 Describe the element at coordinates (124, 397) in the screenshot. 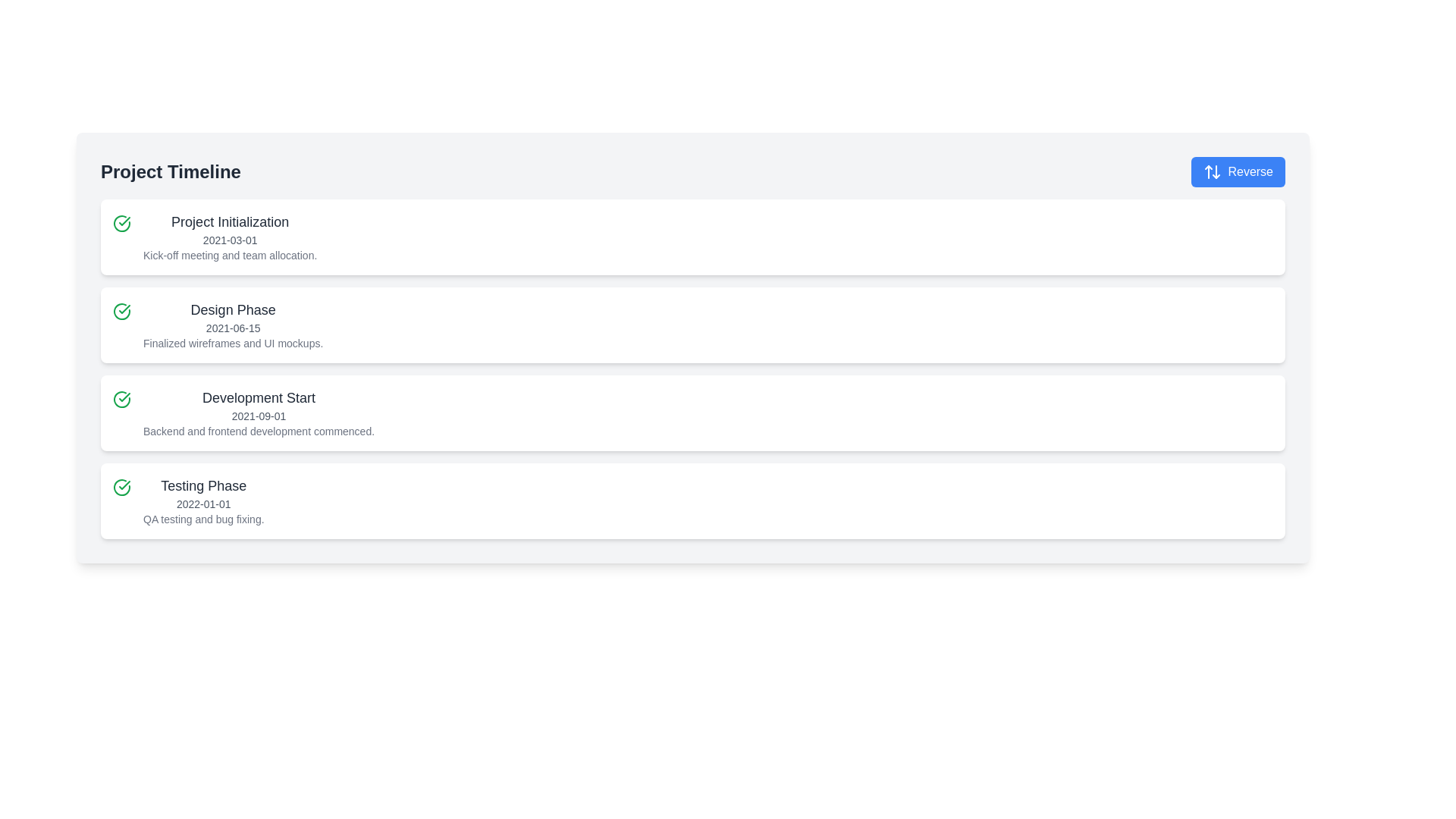

I see `the graphical checkmark icon with a green stroke located within the green-bordered circular icon to the left of the 'Development Start' section in the project timeline` at that location.